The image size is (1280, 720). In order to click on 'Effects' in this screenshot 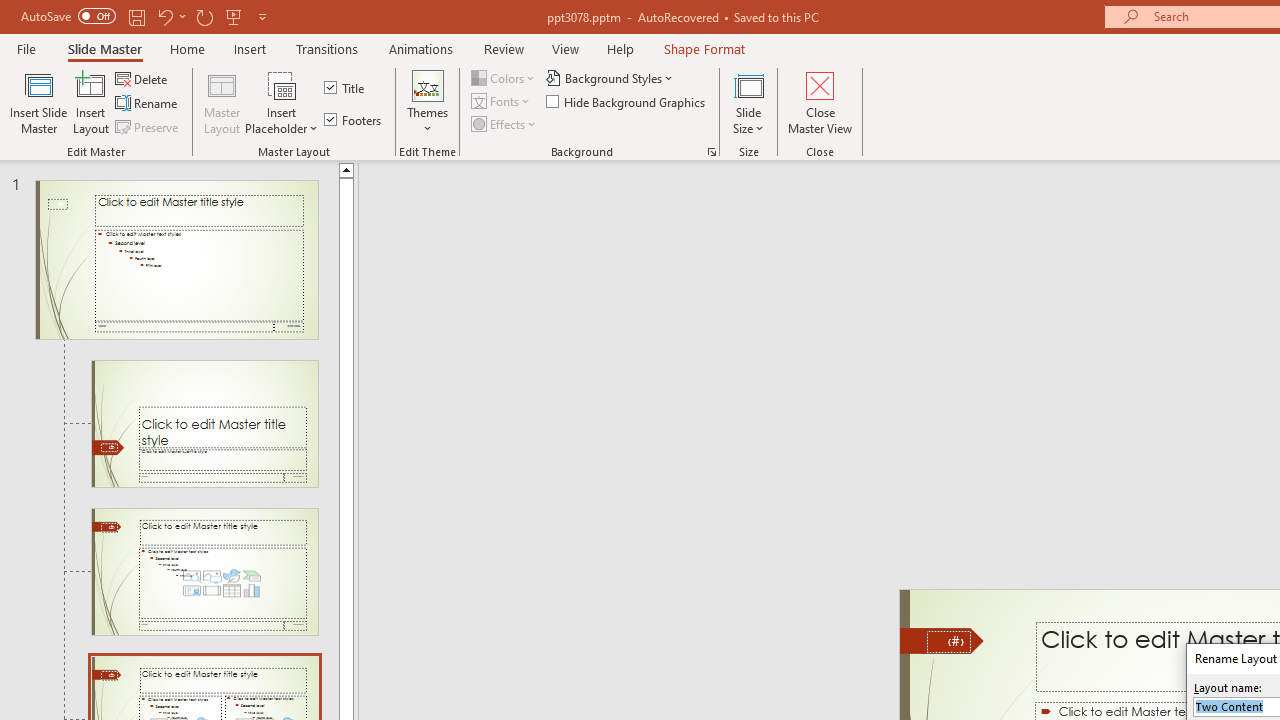, I will do `click(505, 124)`.